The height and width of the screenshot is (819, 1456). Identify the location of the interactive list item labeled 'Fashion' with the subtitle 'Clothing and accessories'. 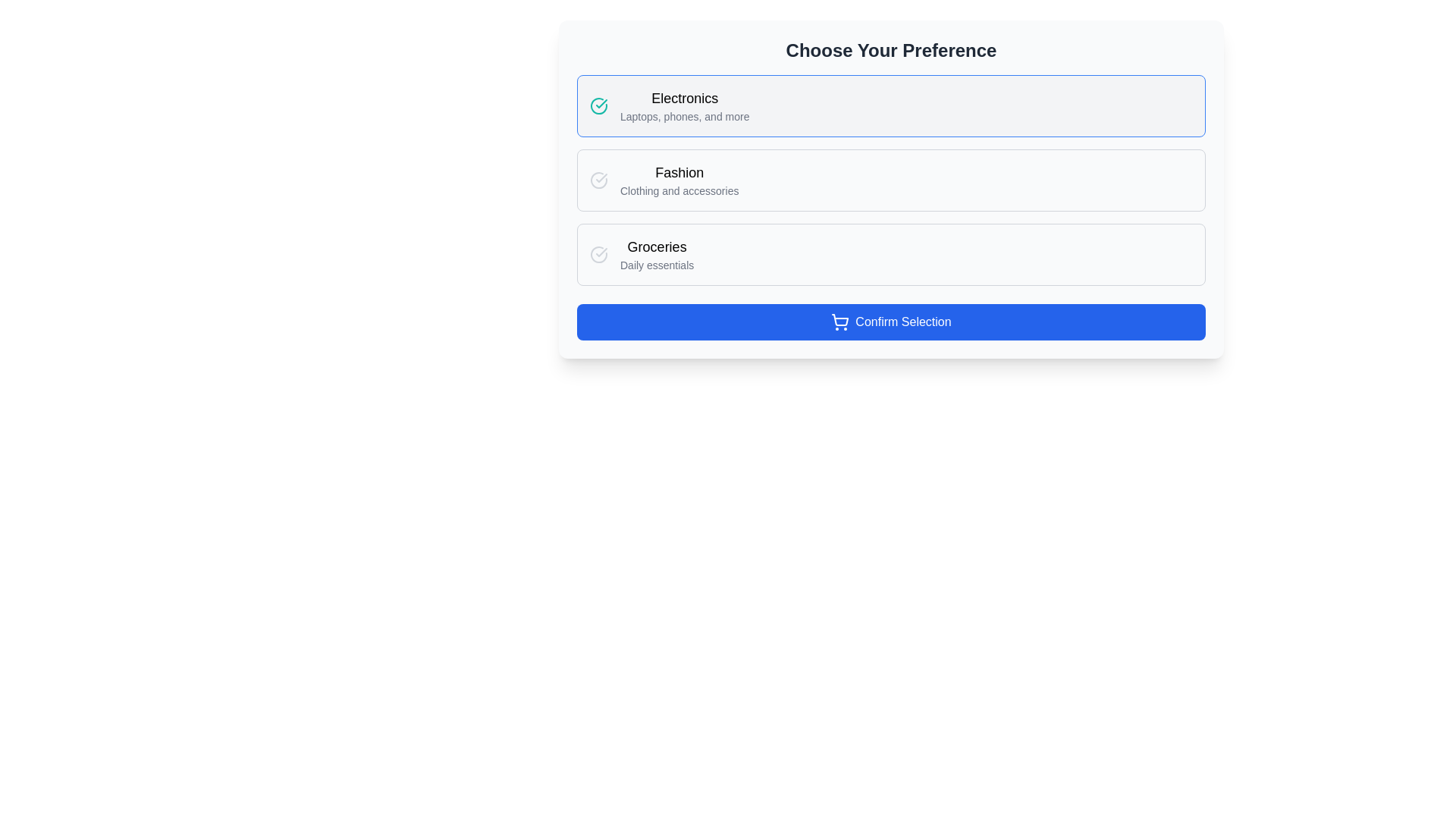
(891, 180).